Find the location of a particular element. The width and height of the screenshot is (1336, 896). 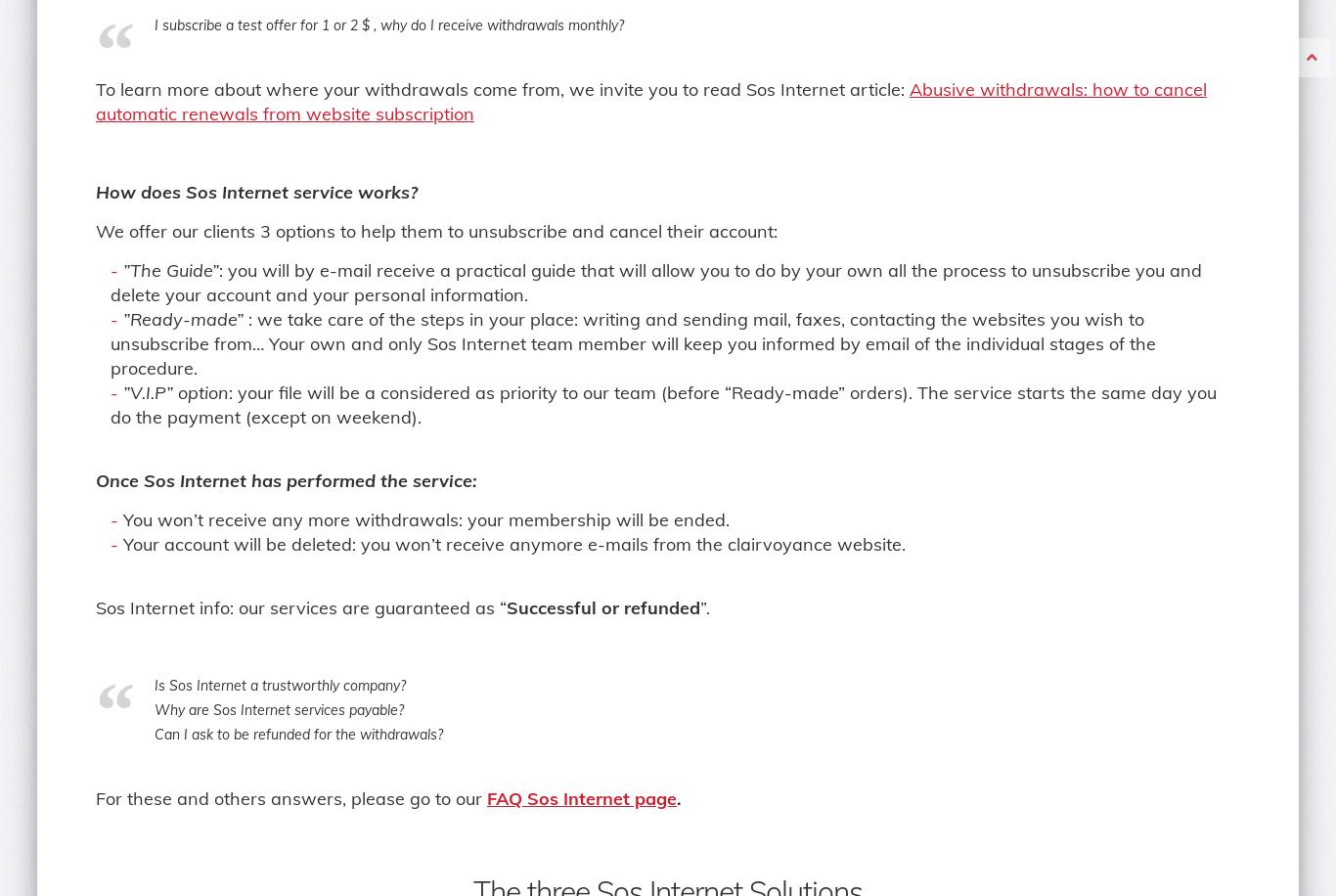

'We offer our clients 3 options to help them to unsubscribe and cancel their account:' is located at coordinates (435, 231).